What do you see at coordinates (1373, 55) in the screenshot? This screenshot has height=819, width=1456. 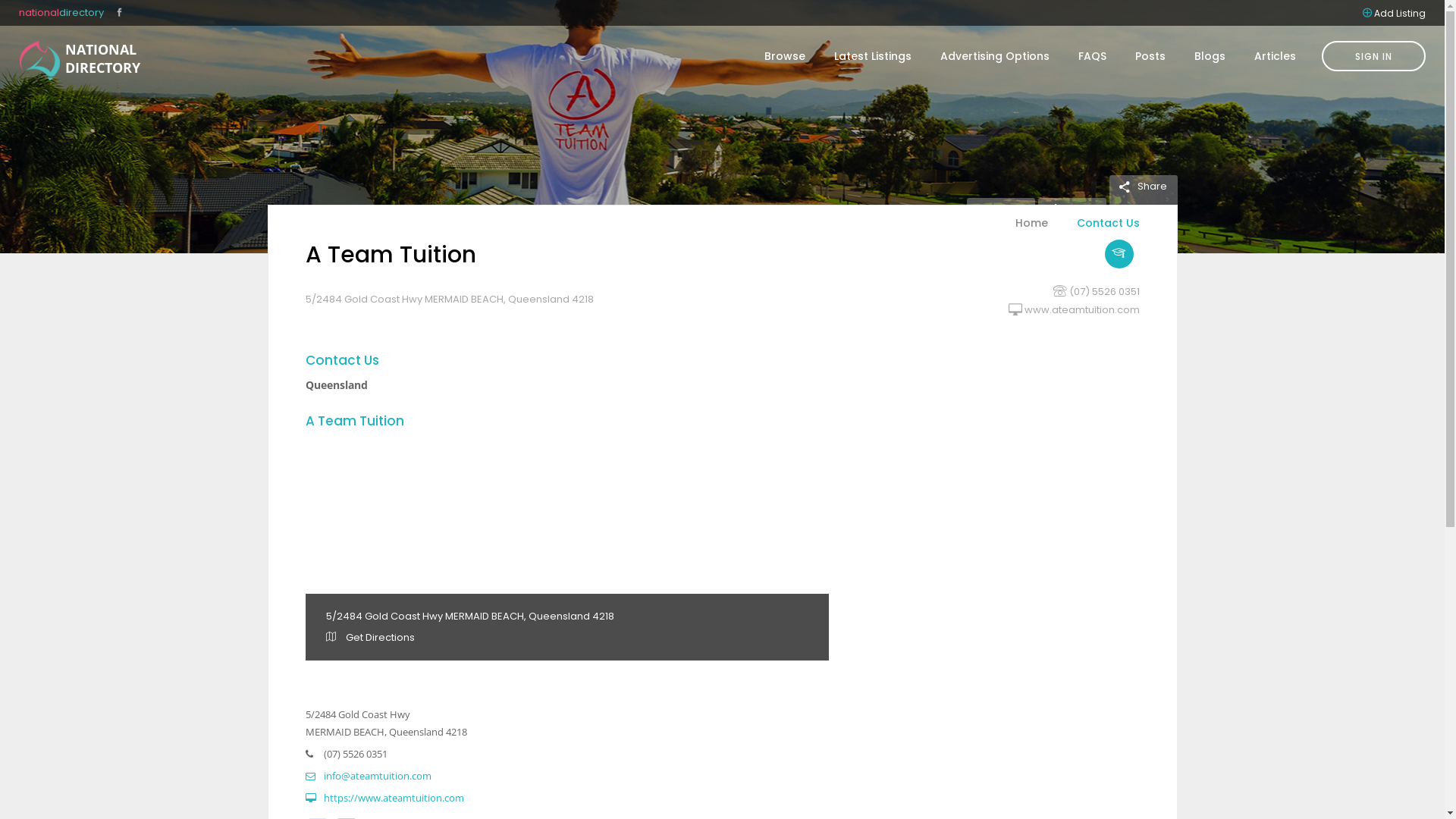 I see `'SIGN IN'` at bounding box center [1373, 55].